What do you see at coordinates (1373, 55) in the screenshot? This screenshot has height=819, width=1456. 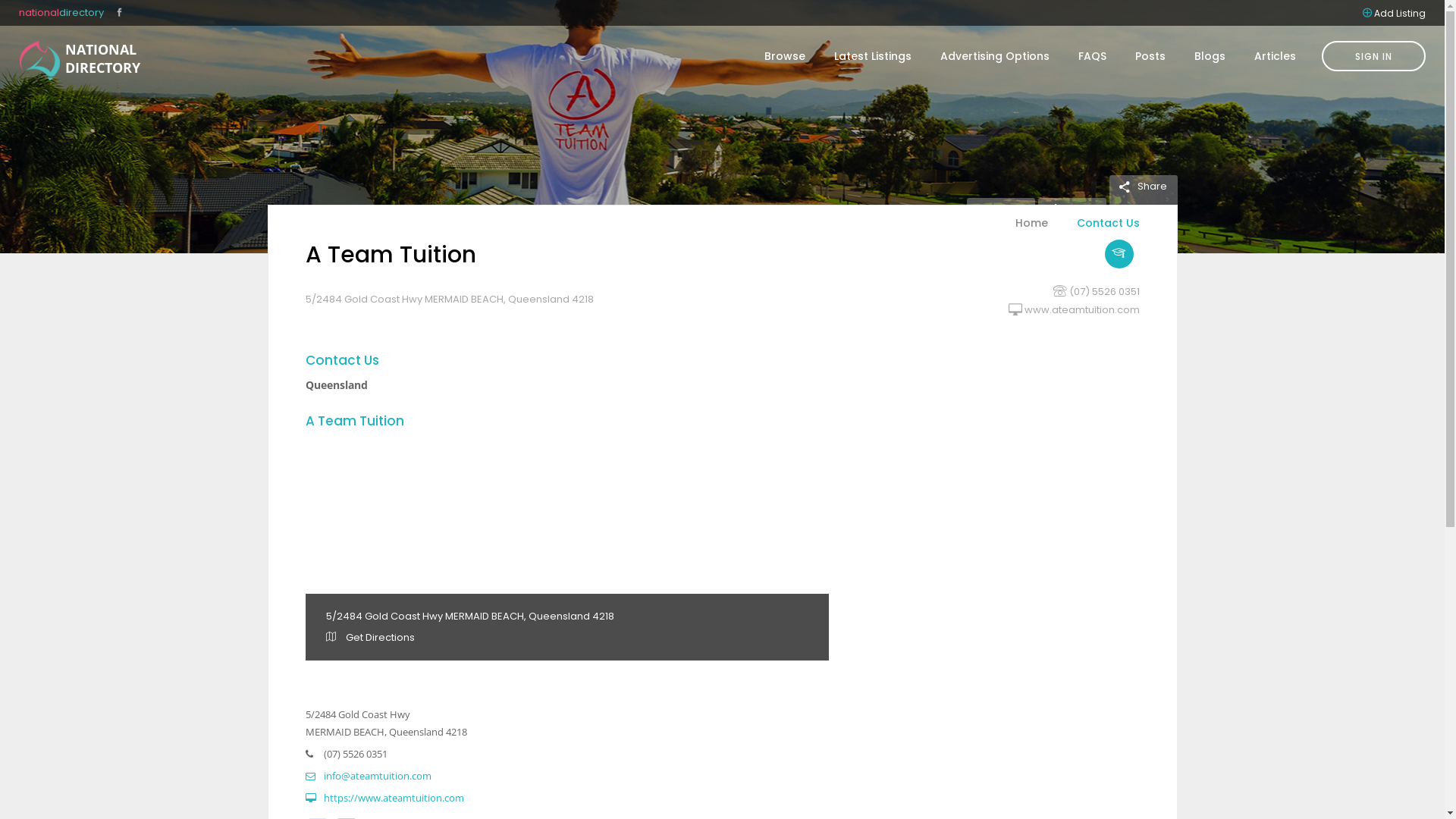 I see `'SIGN IN'` at bounding box center [1373, 55].